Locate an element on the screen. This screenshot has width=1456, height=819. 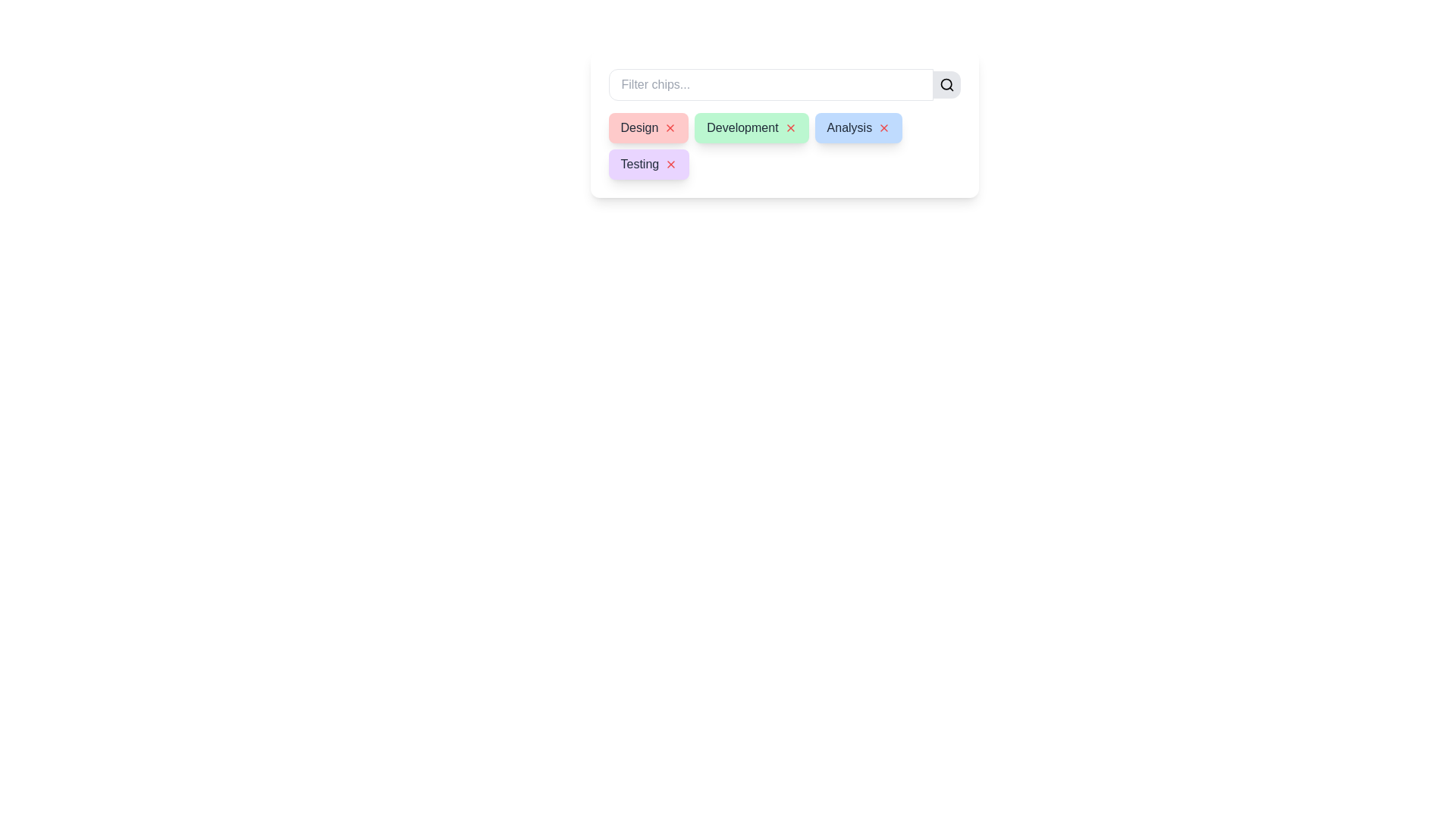
the chip labeled Analysis by clicking its close button is located at coordinates (884, 127).